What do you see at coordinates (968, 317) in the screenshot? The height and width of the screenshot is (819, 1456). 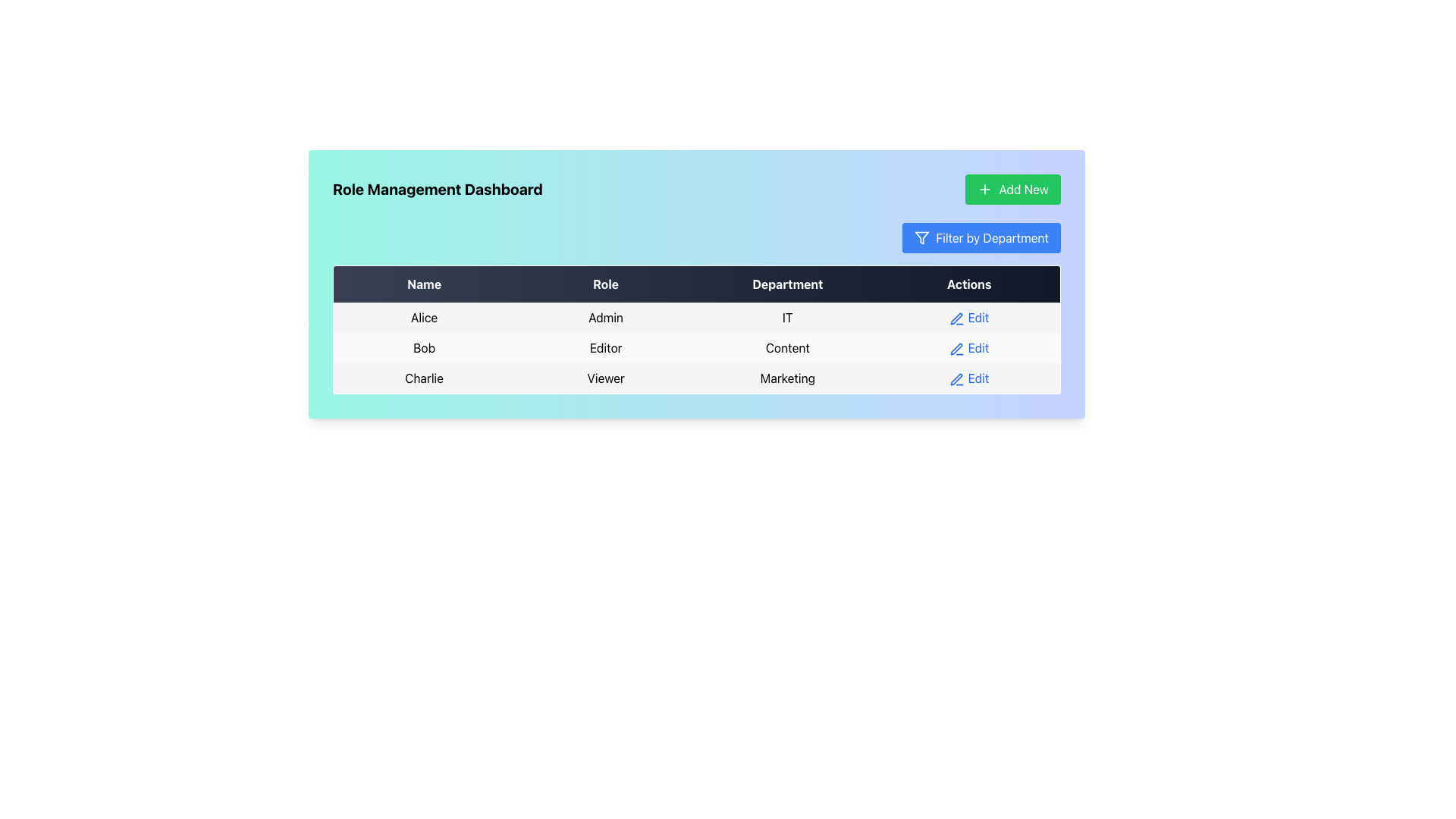 I see `the clickable link with a blue stylized pen icon and the text 'Edit' in the Actions column of the second row, located next to the IT department` at bounding box center [968, 317].